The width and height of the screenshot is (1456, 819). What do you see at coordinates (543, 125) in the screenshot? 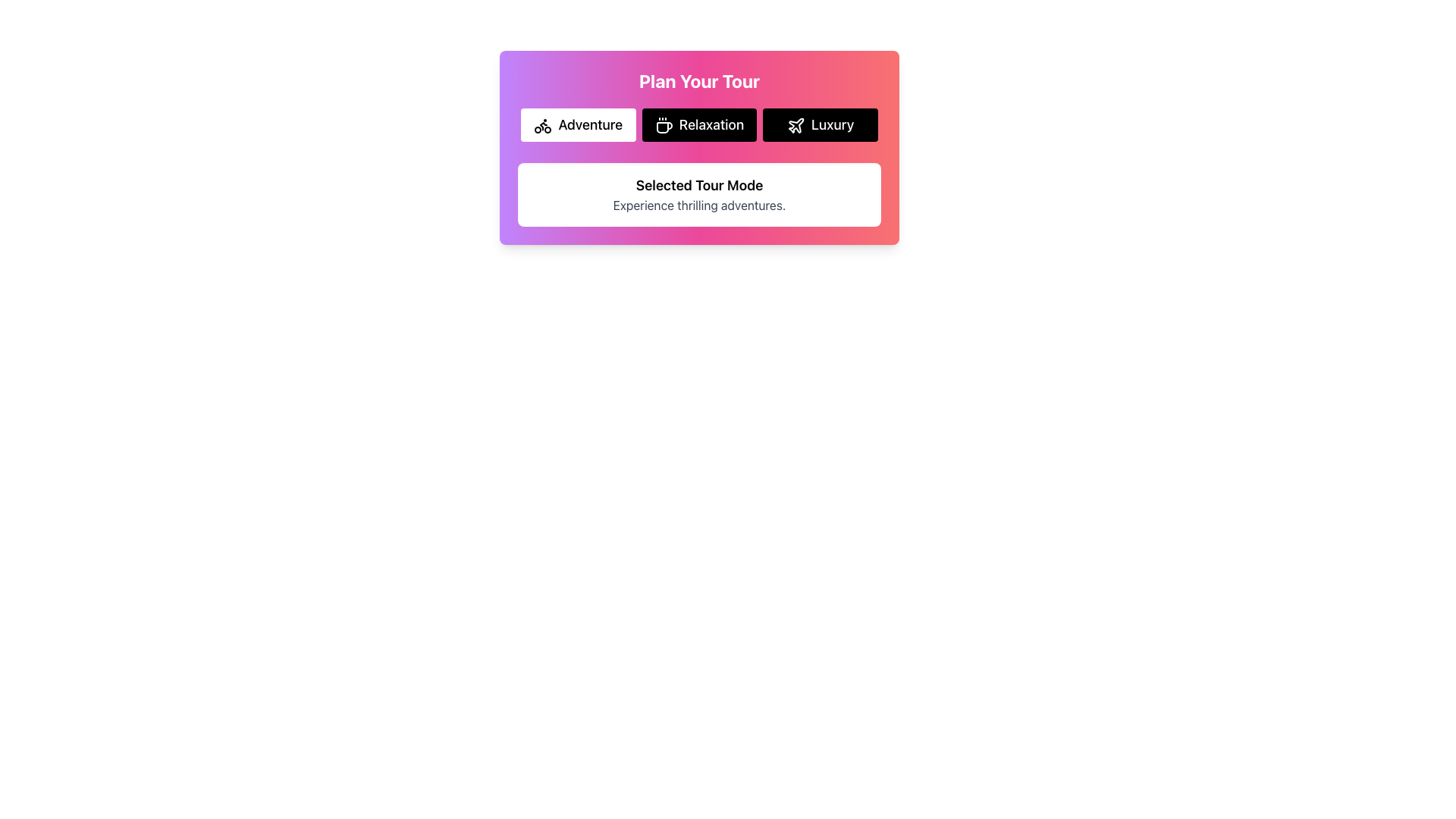
I see `the 'Adventure' mode icon located to the left of the 'Adventure' label in the 'Plan Your Tour' section` at bounding box center [543, 125].